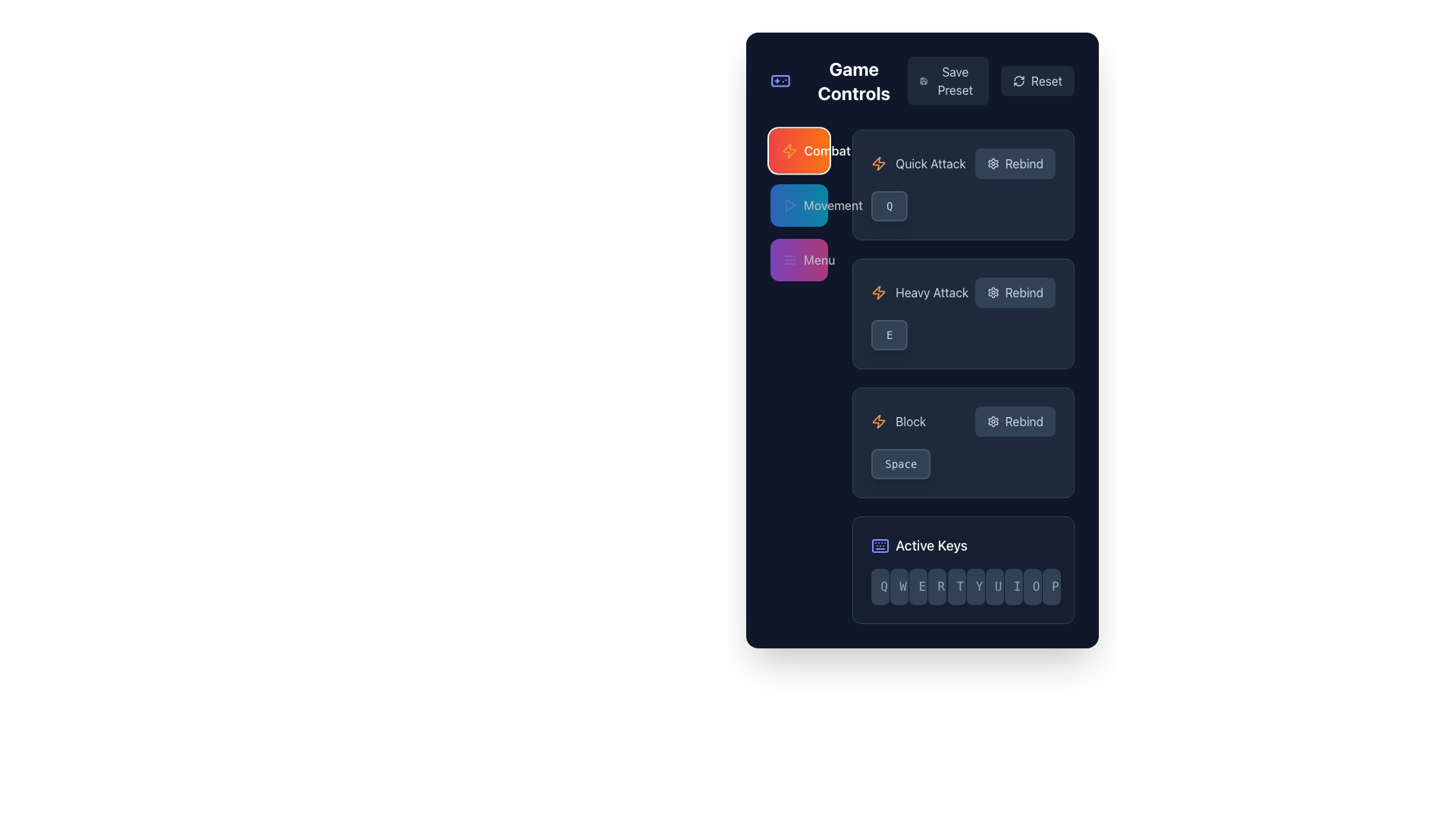  I want to click on the section header labeled 'Game Controls' which features a bold white text and an indigo gamepad icon, located towards the upper-left corner of the interface, so click(838, 81).